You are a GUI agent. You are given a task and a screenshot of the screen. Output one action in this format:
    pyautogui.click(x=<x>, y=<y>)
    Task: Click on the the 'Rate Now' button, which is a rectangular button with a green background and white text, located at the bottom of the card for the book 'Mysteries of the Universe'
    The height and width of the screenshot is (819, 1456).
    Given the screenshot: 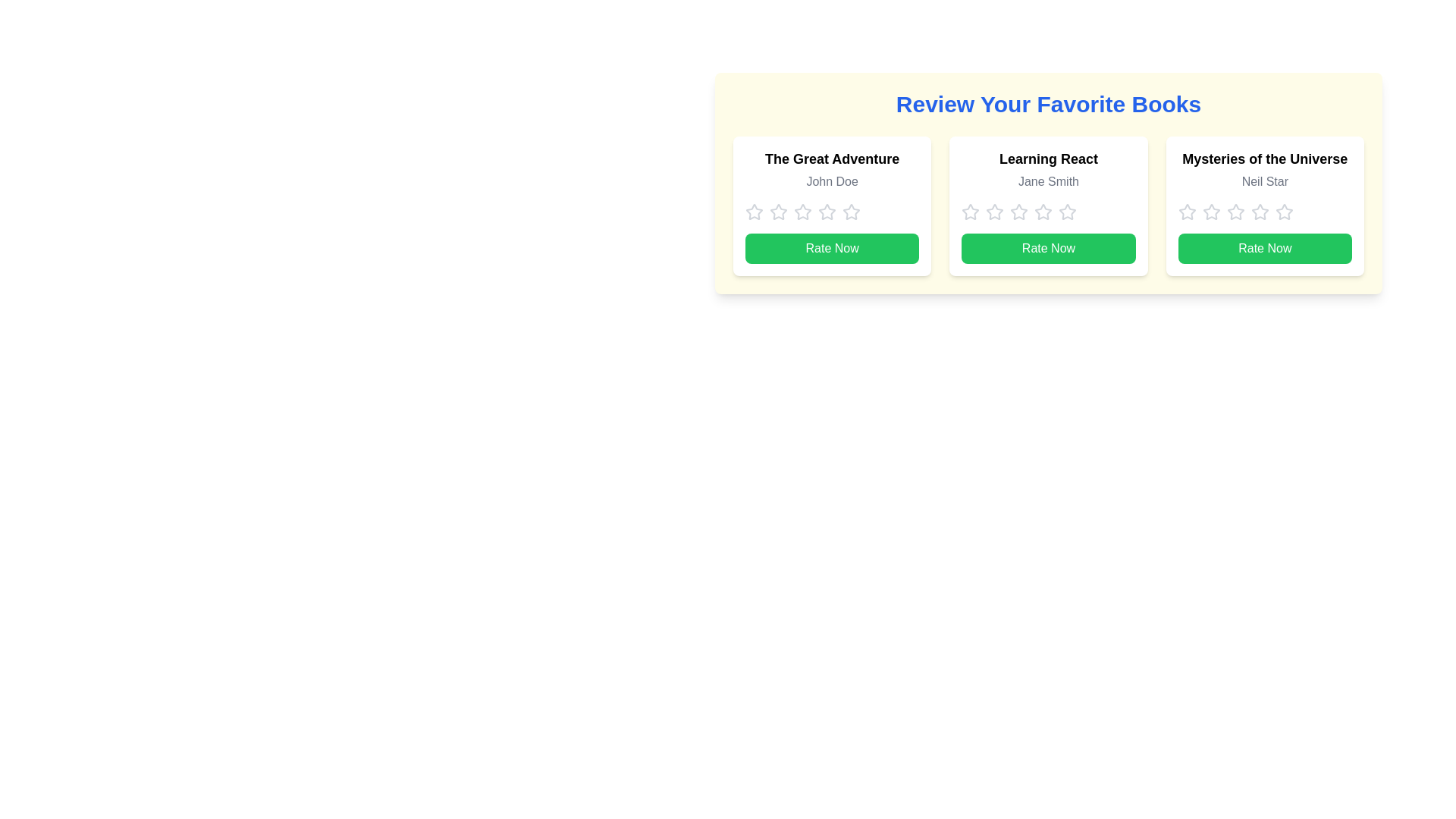 What is the action you would take?
    pyautogui.click(x=1265, y=247)
    